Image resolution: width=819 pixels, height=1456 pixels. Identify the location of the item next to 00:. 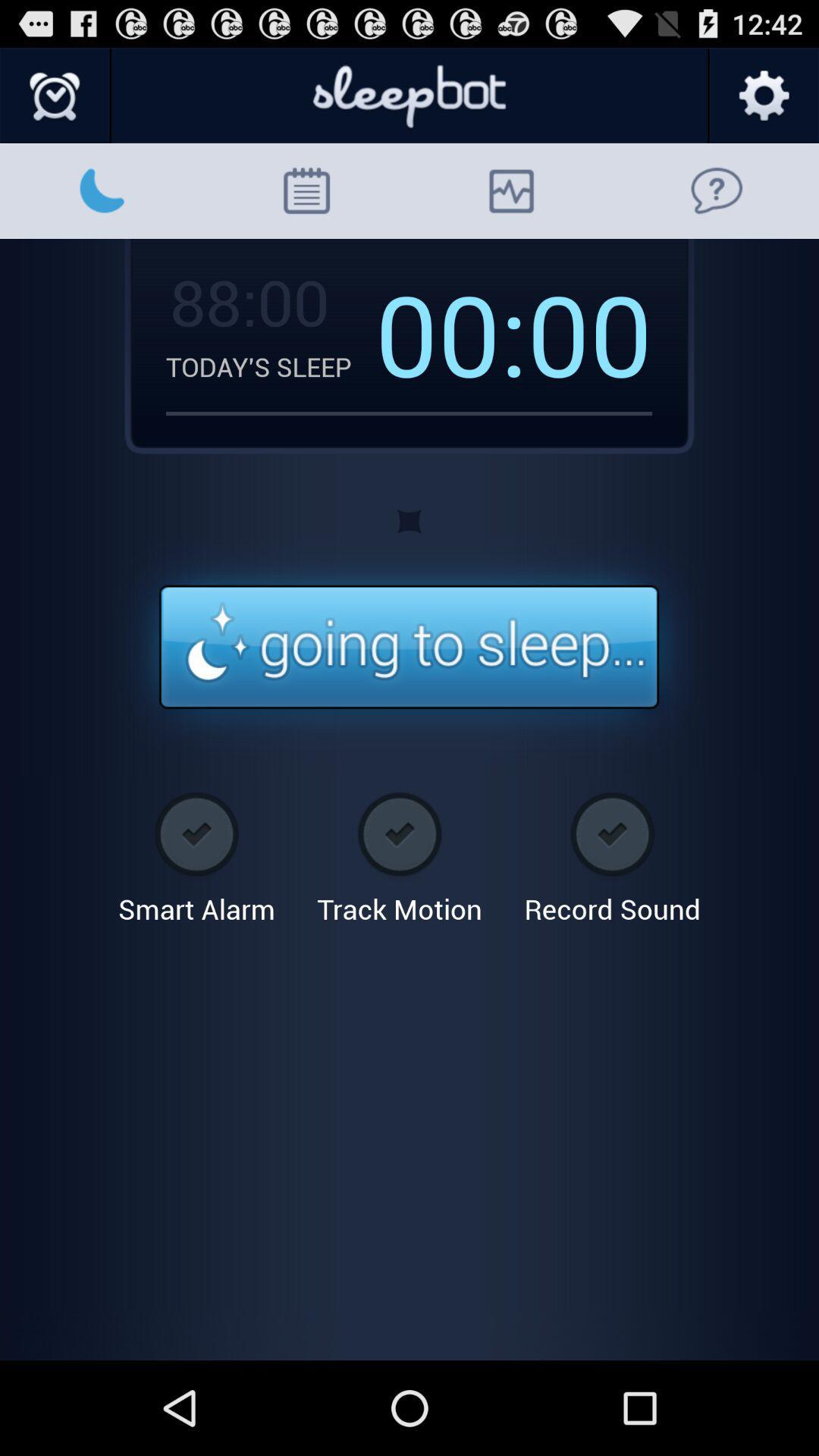
(246, 301).